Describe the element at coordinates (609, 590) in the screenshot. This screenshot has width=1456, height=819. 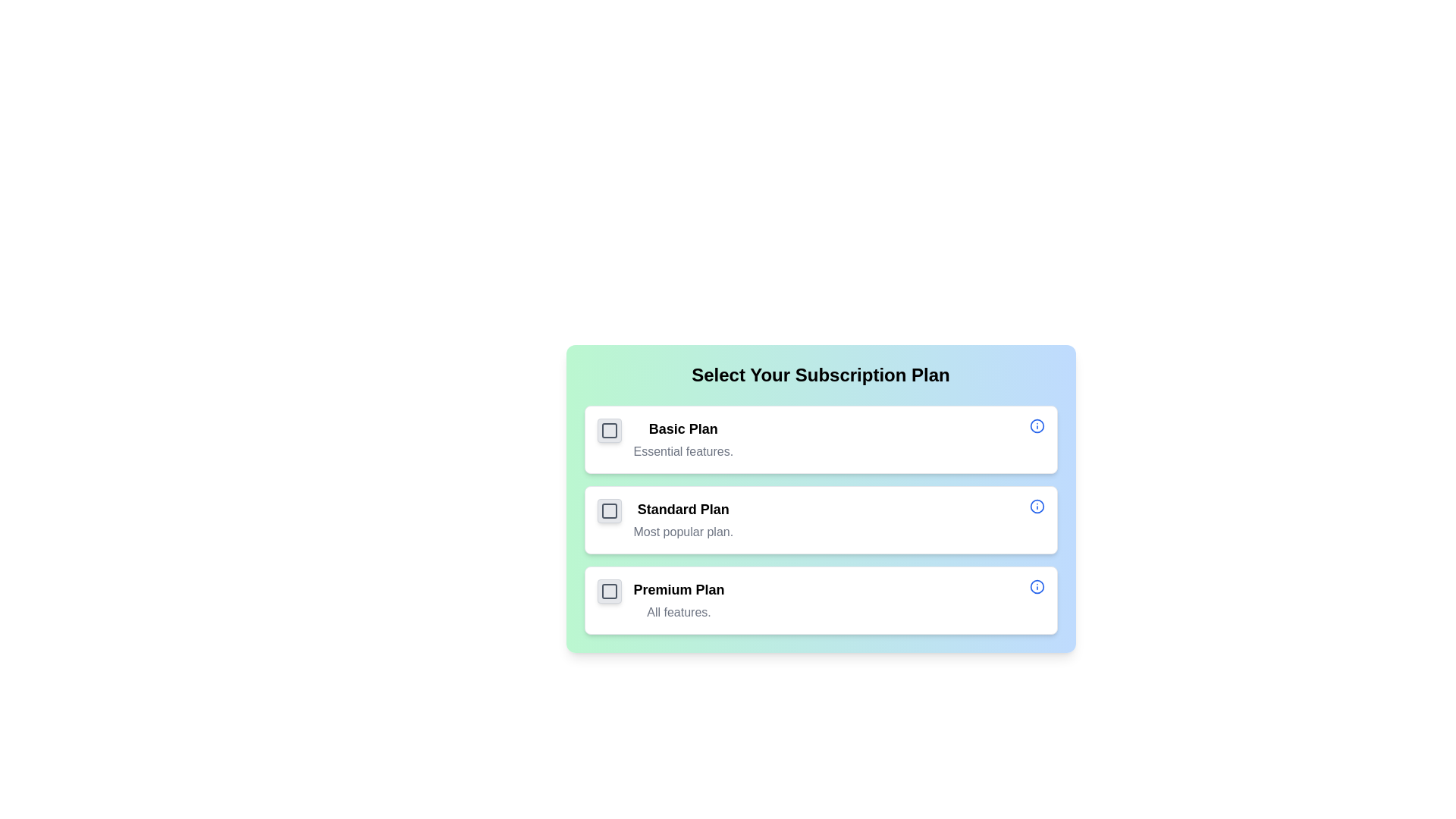
I see `the checkbox button` at that location.